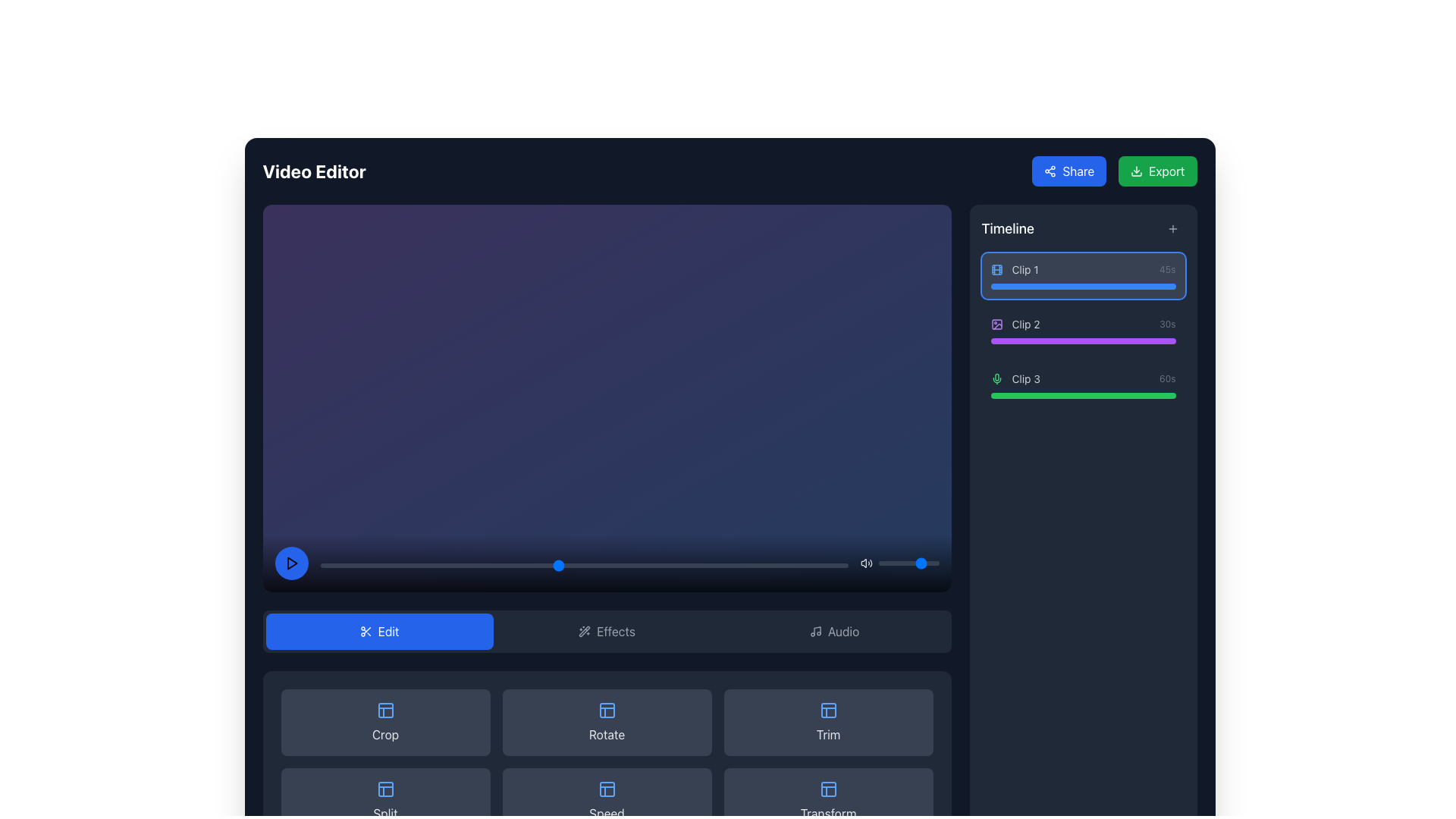  I want to click on the text label that represents the title of a video clip in the timeline, located on the right side of the interface, between a film icon and a duration label, so click(1025, 268).